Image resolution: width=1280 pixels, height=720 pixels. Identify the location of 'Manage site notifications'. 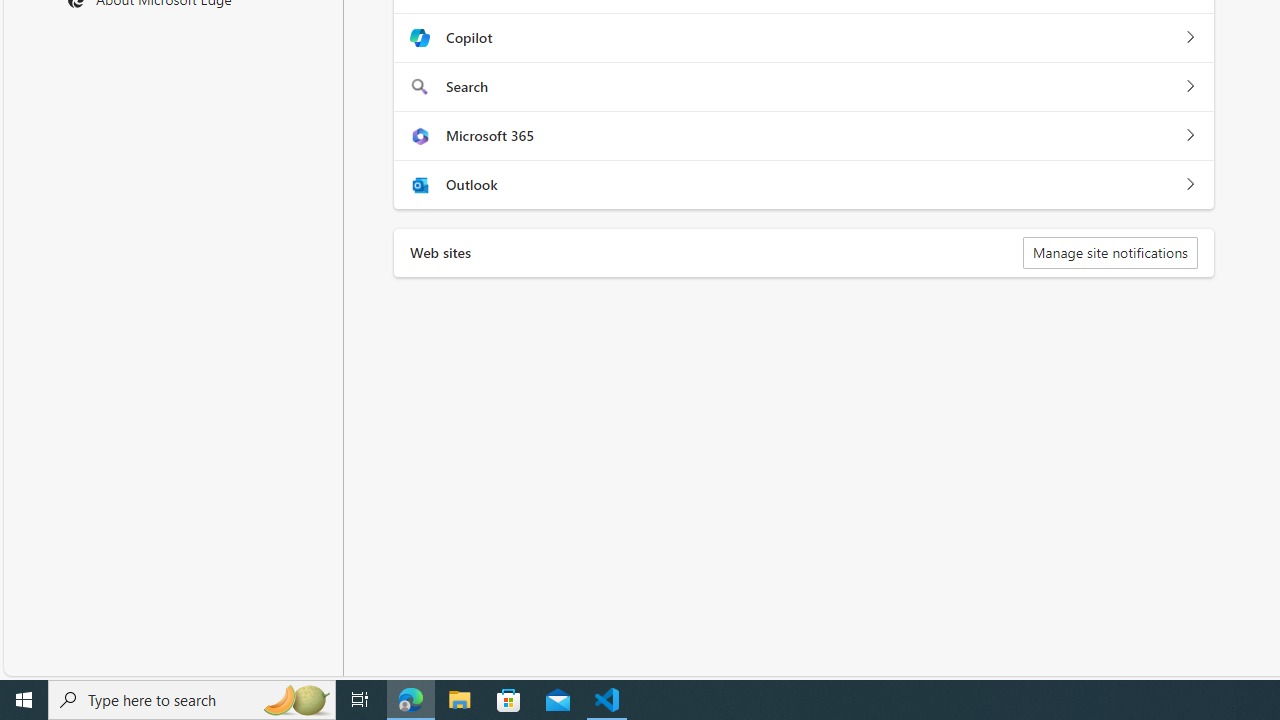
(1108, 252).